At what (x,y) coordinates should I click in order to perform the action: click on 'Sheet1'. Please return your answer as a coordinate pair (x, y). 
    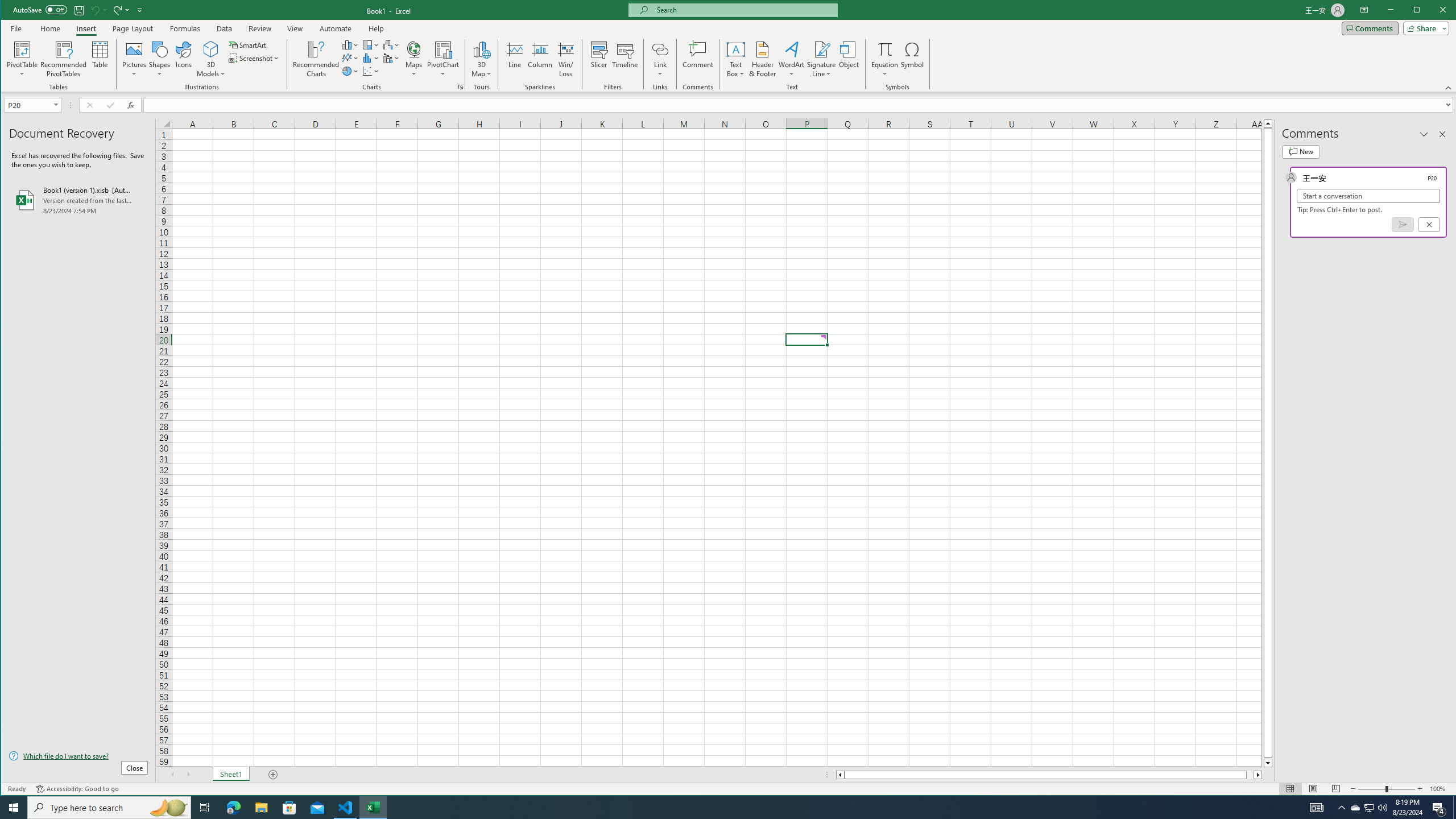
    Looking at the image, I should click on (230, 775).